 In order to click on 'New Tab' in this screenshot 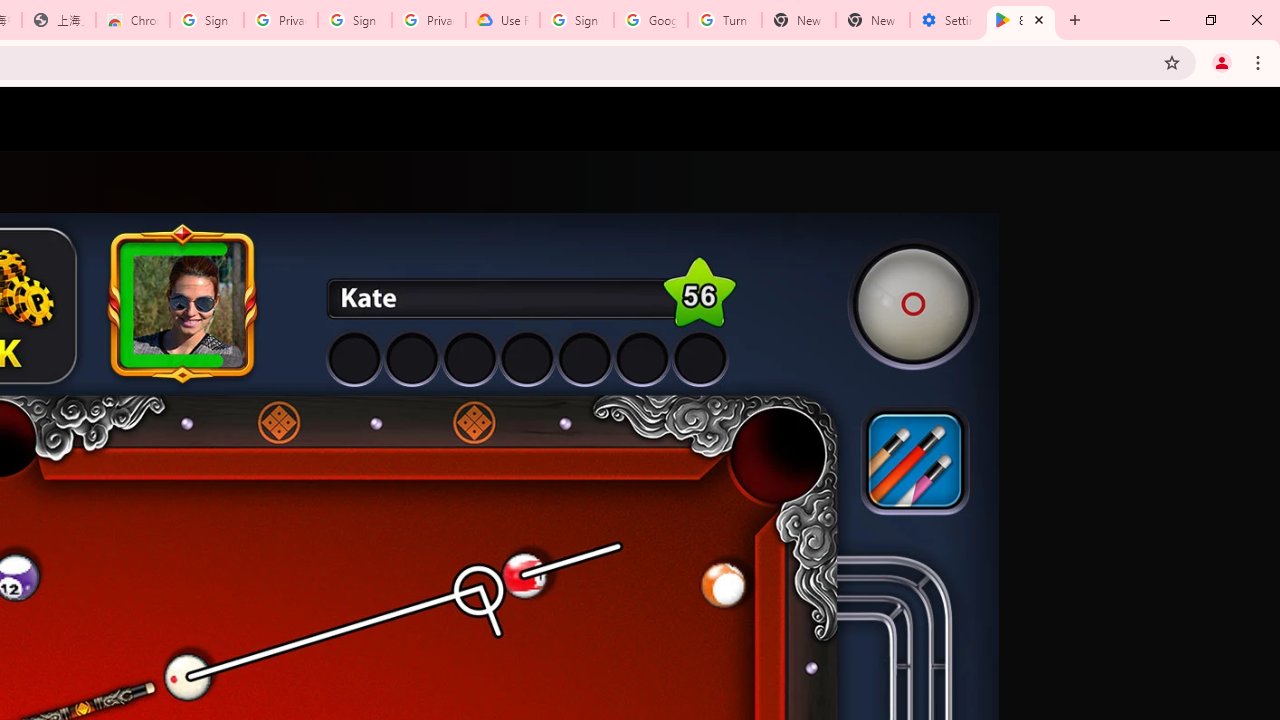, I will do `click(872, 20)`.